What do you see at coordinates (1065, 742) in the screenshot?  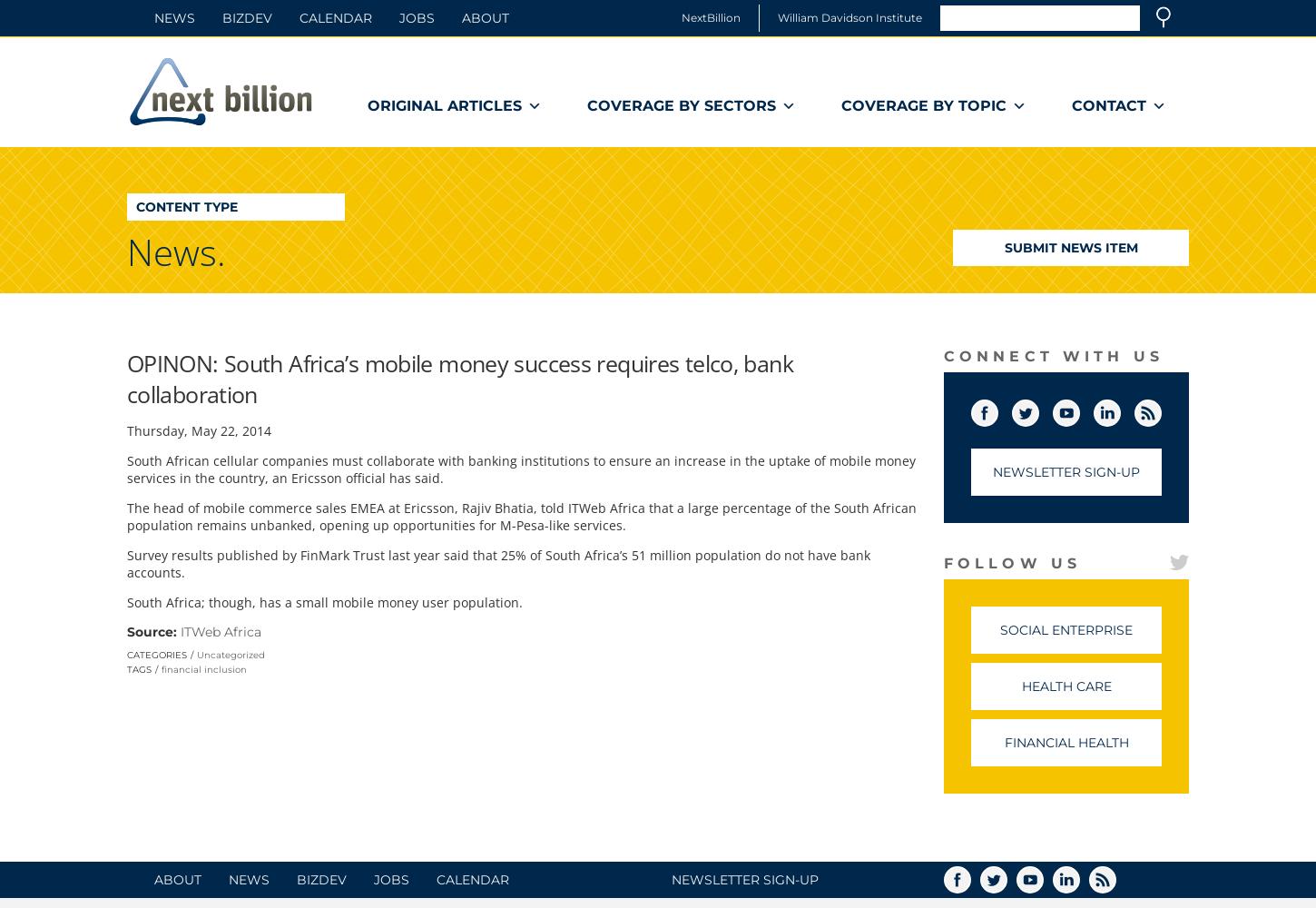 I see `'Financial Health'` at bounding box center [1065, 742].